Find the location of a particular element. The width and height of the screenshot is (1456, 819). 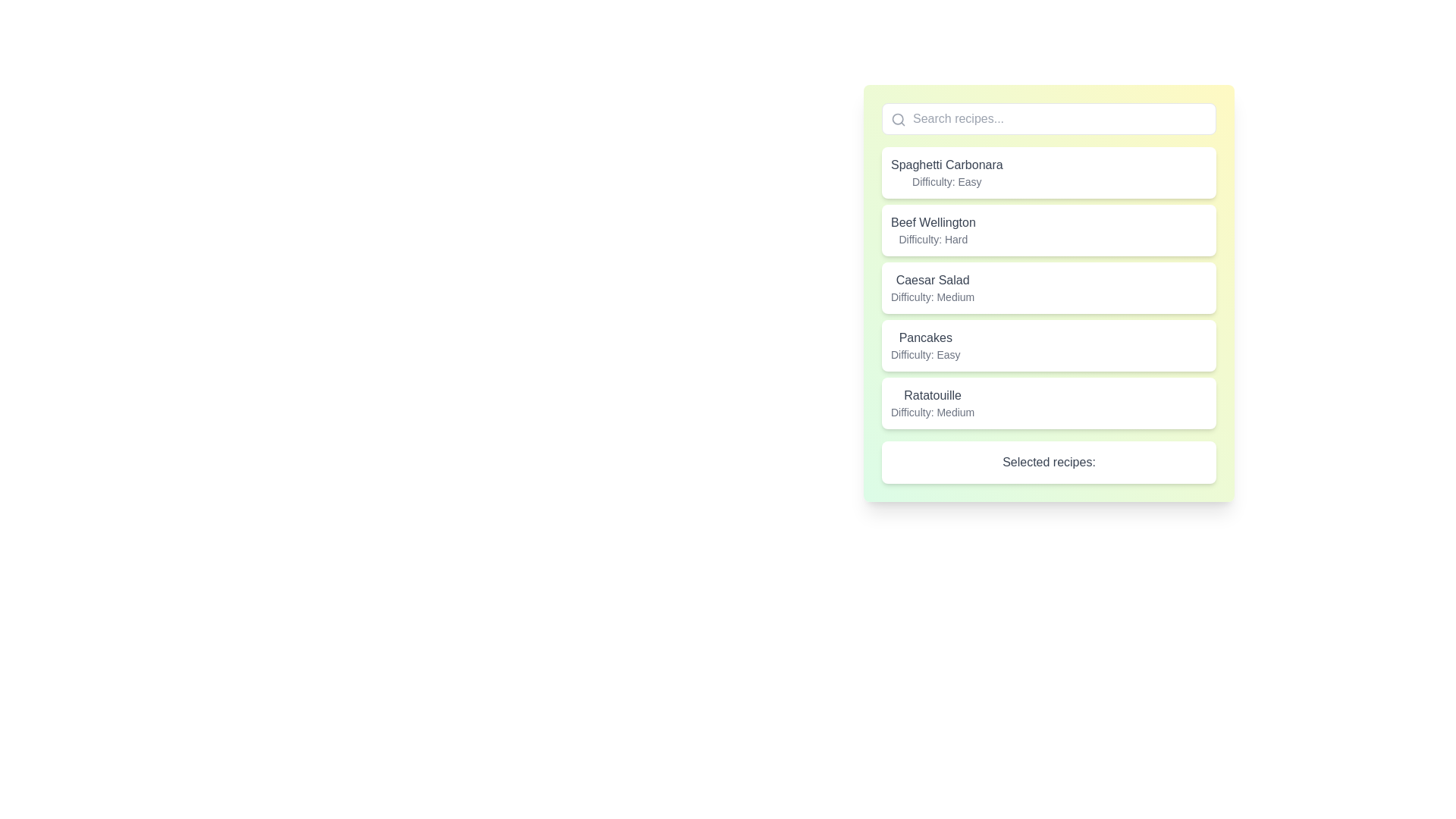

the text label displaying 'Difficulty: Easy', which is located beneath the 'Pancakes' text in the recipe item list is located at coordinates (924, 354).